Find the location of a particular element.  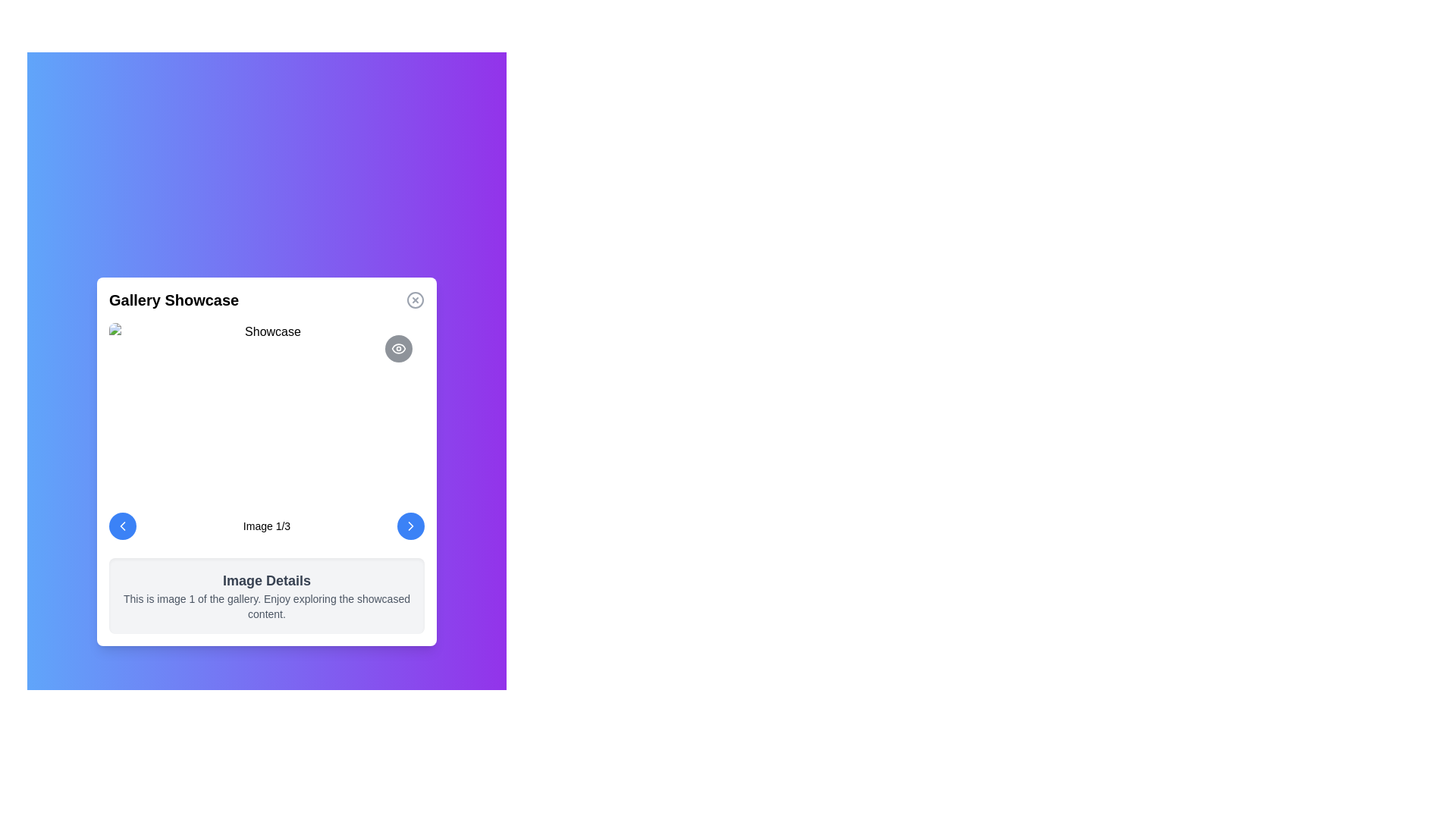

the eye icon with a gray outline located at the top-right corner of the gallery showcase modal is located at coordinates (399, 348).